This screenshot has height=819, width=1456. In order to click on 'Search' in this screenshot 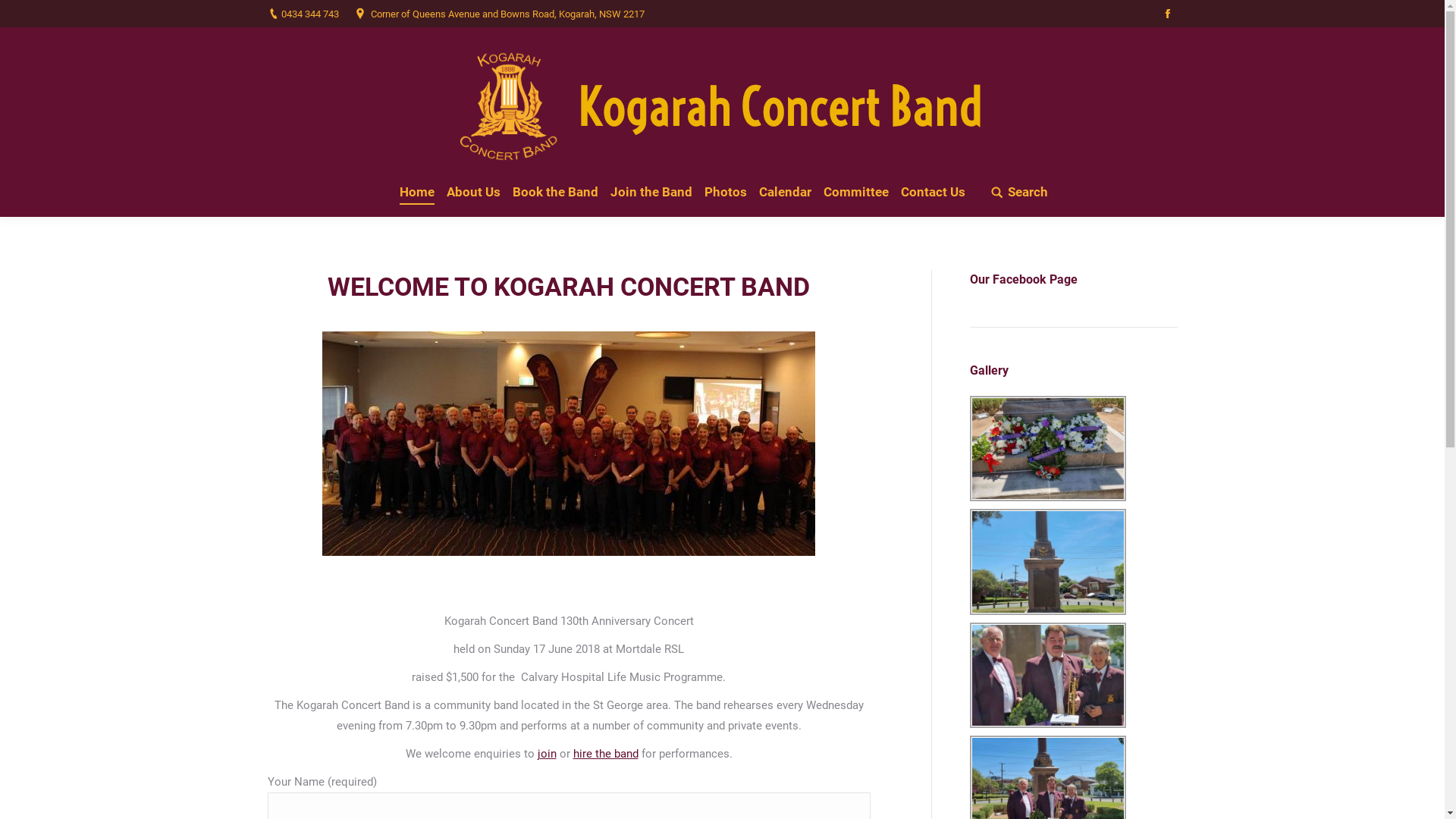, I will do `click(1019, 191)`.